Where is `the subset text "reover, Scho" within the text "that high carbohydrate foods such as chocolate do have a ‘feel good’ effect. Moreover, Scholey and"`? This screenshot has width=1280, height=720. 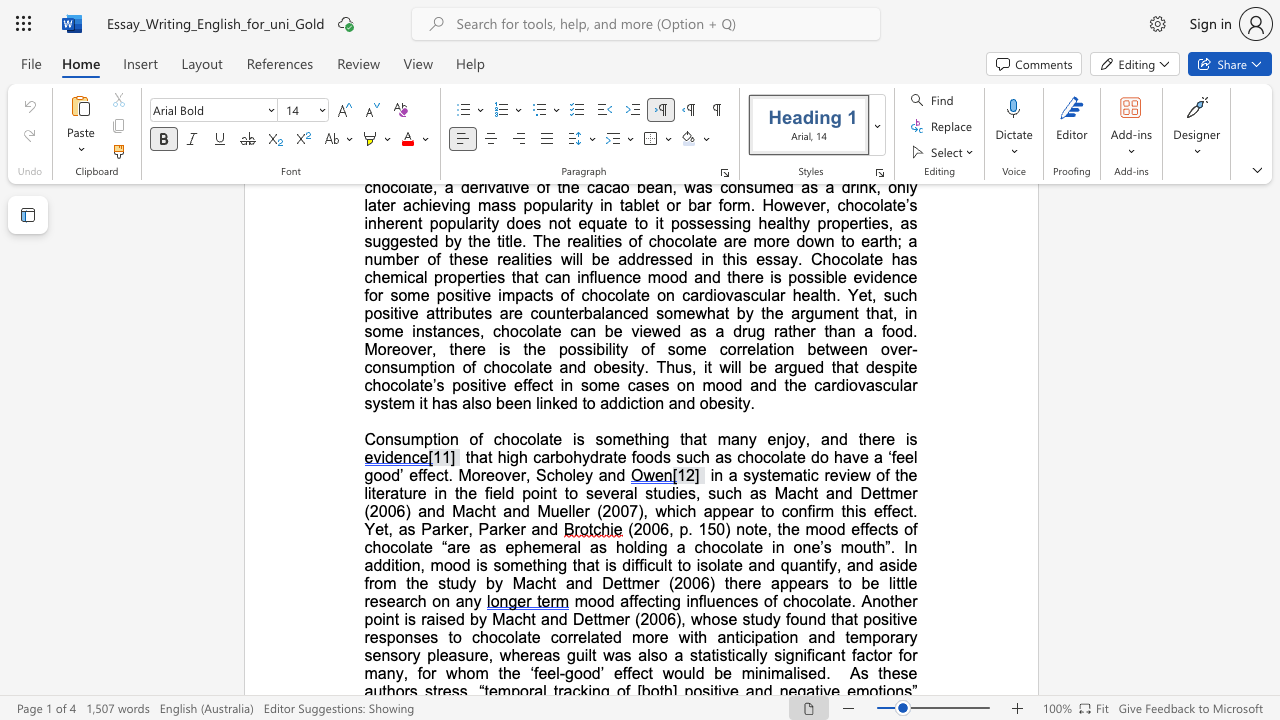
the subset text "reover, Scho" within the text "that high carbohydrate foods such as chocolate do have a ‘feel good’ effect. Moreover, Scholey and" is located at coordinates (480, 475).